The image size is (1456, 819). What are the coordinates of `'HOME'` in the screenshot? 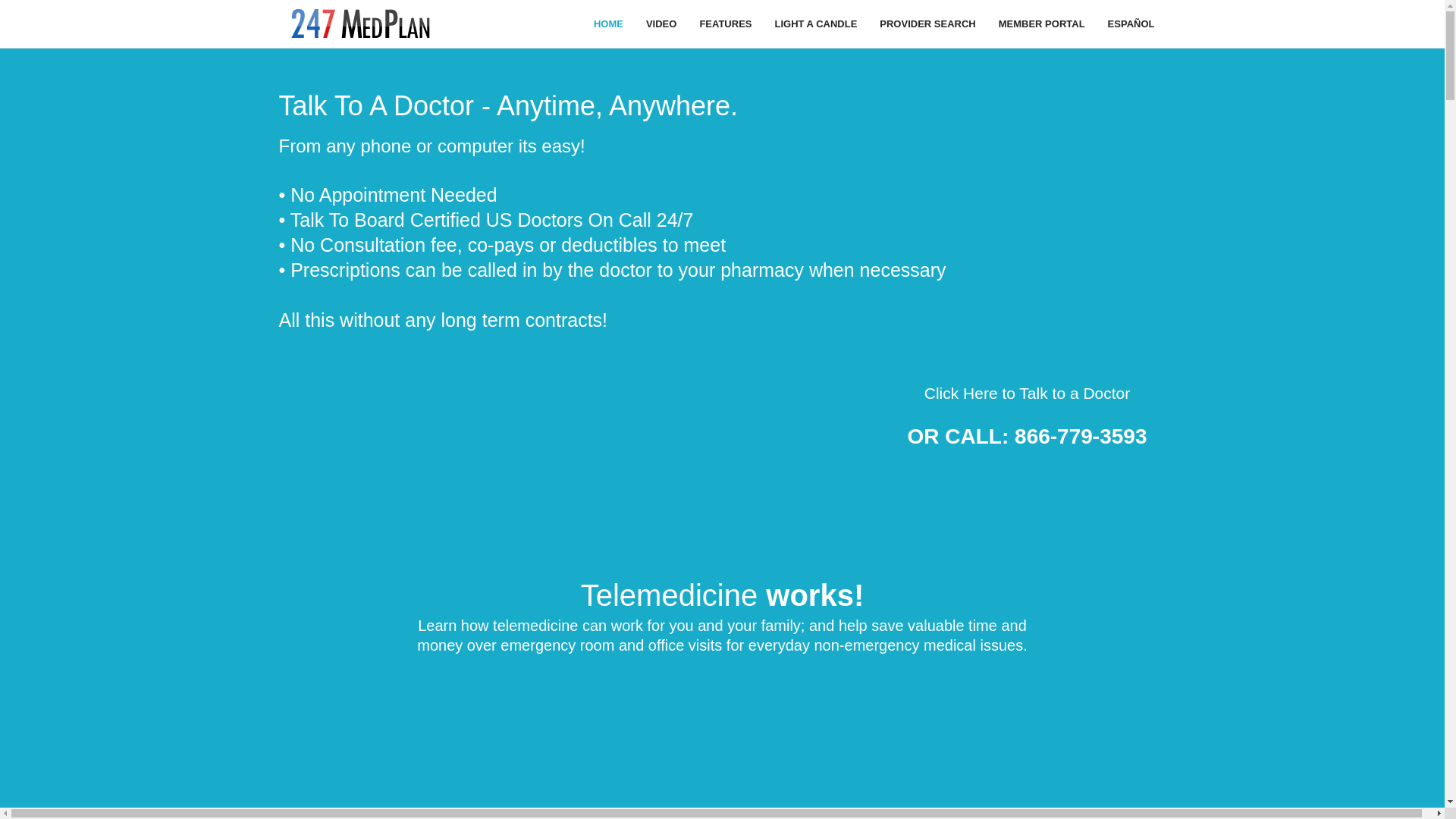 It's located at (608, 24).